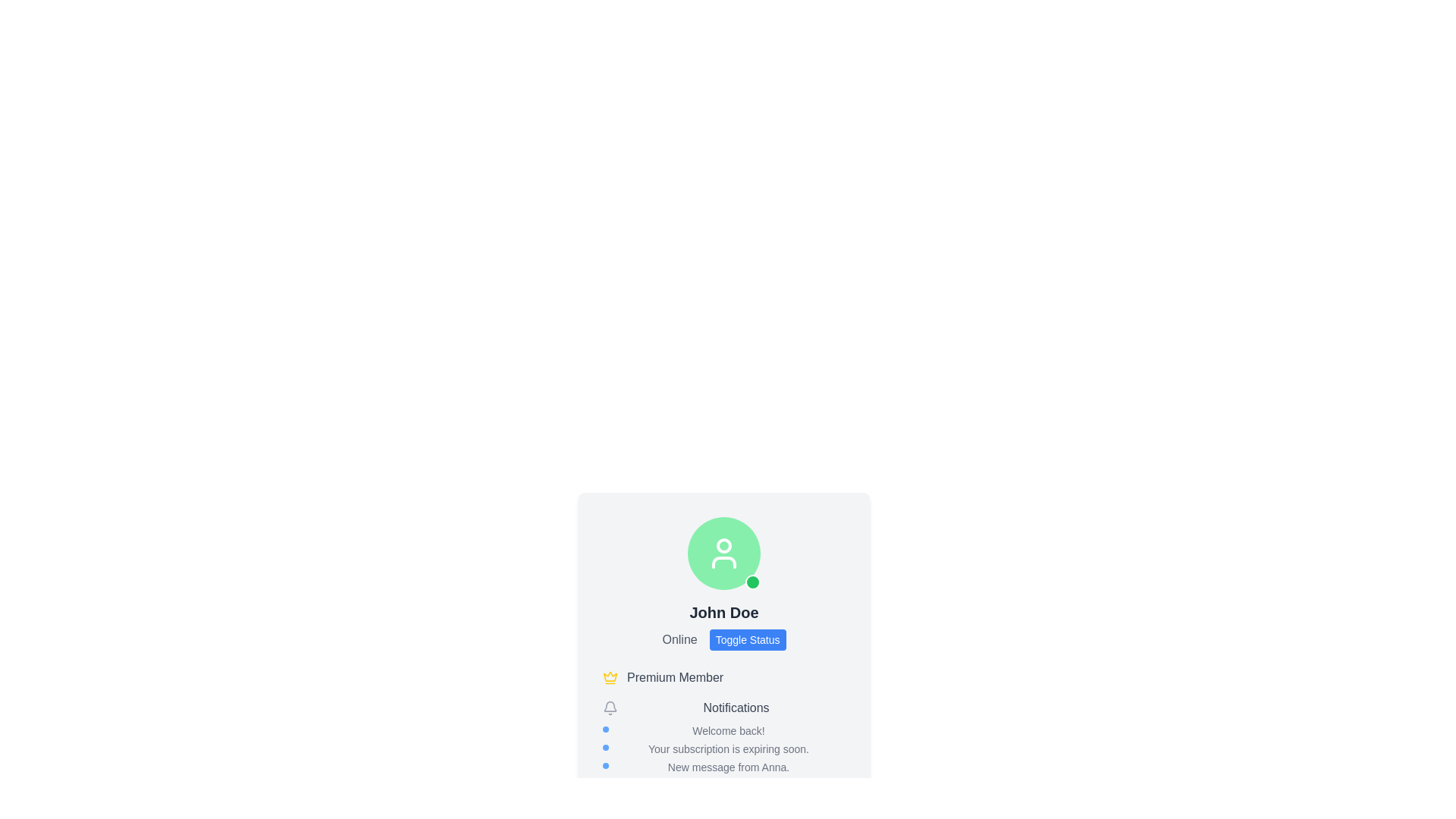 This screenshot has height=819, width=1456. What do you see at coordinates (723, 611) in the screenshot?
I see `the label displaying 'John Doe', which is positioned below the green circular user icon in the profile section` at bounding box center [723, 611].